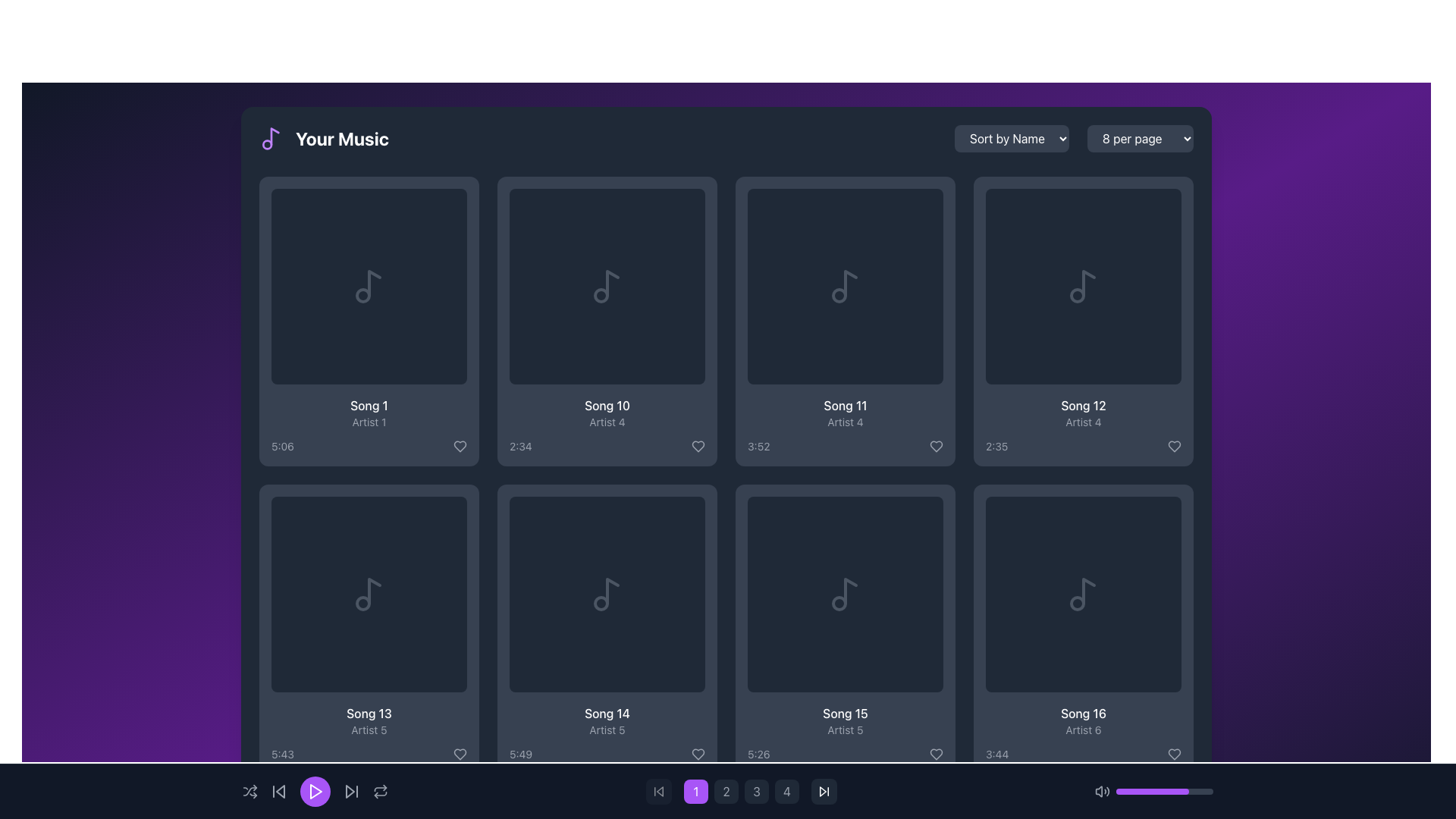 The image size is (1456, 819). Describe the element at coordinates (1171, 791) in the screenshot. I see `the volume` at that location.